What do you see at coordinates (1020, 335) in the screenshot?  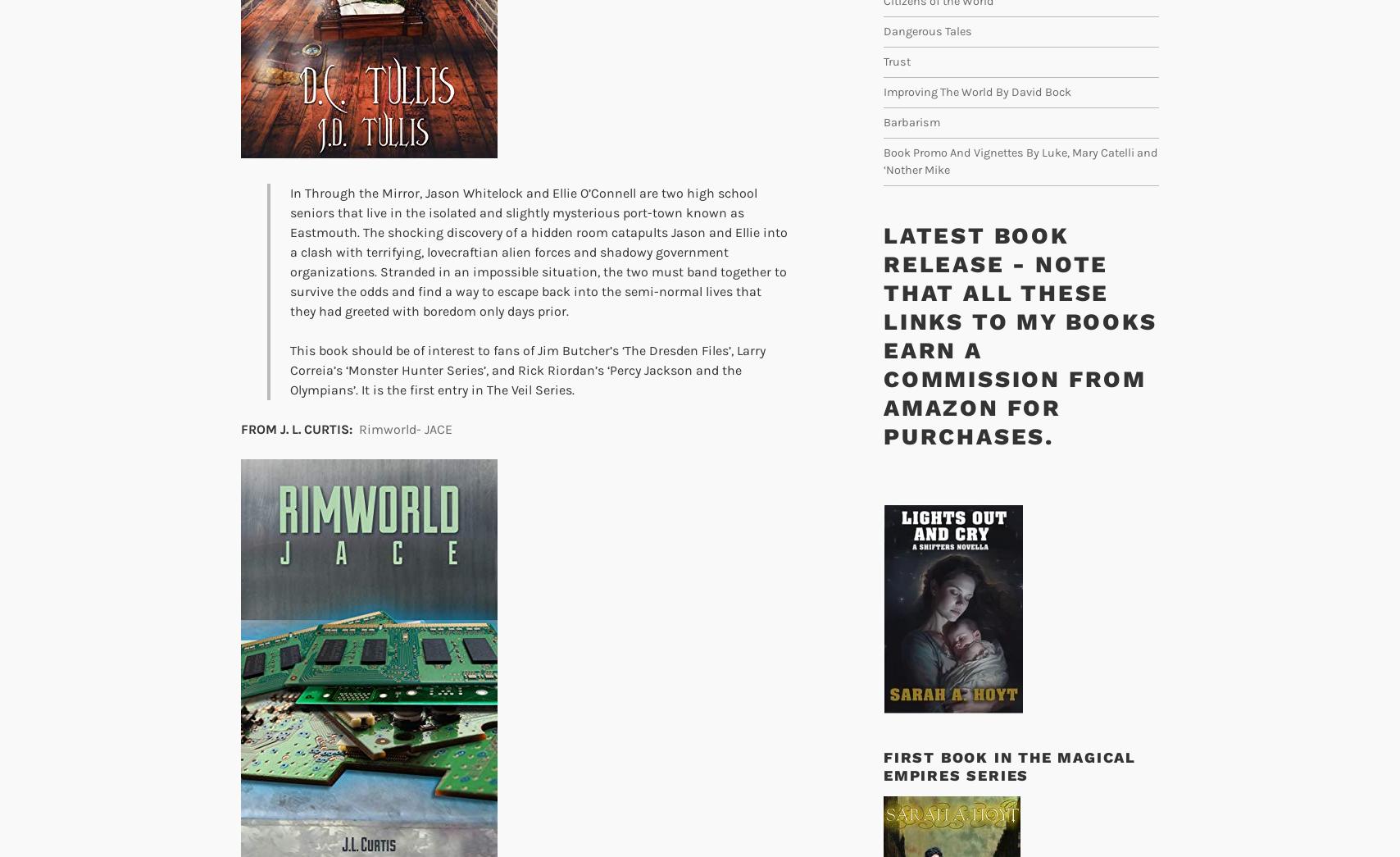 I see `'Latest Book release - note that all these links to my books earn a commission from Amazon for purchases.'` at bounding box center [1020, 335].